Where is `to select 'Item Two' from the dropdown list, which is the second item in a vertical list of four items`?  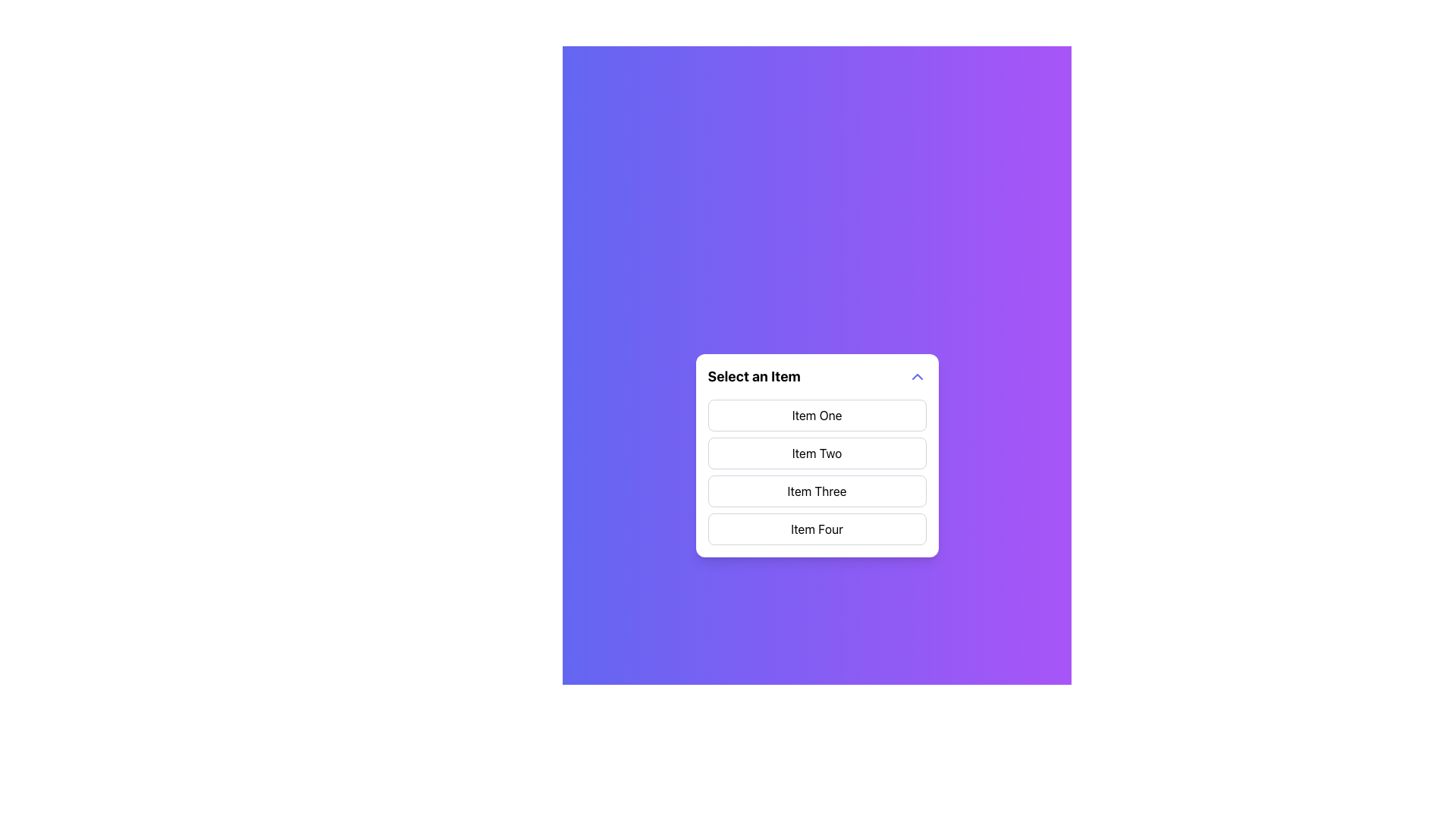 to select 'Item Two' from the dropdown list, which is the second item in a vertical list of four items is located at coordinates (816, 452).